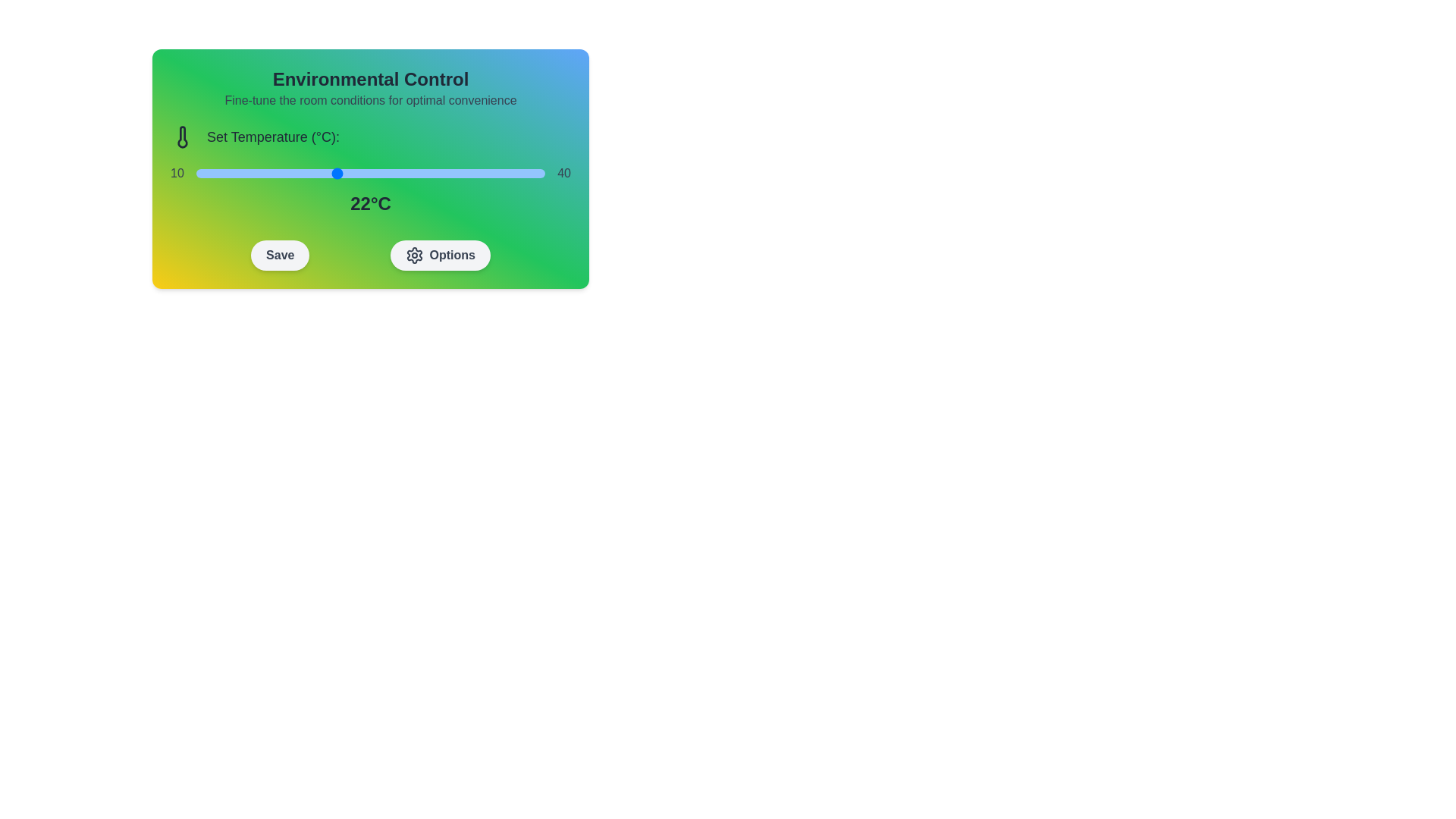  Describe the element at coordinates (218, 172) in the screenshot. I see `the temperature` at that location.